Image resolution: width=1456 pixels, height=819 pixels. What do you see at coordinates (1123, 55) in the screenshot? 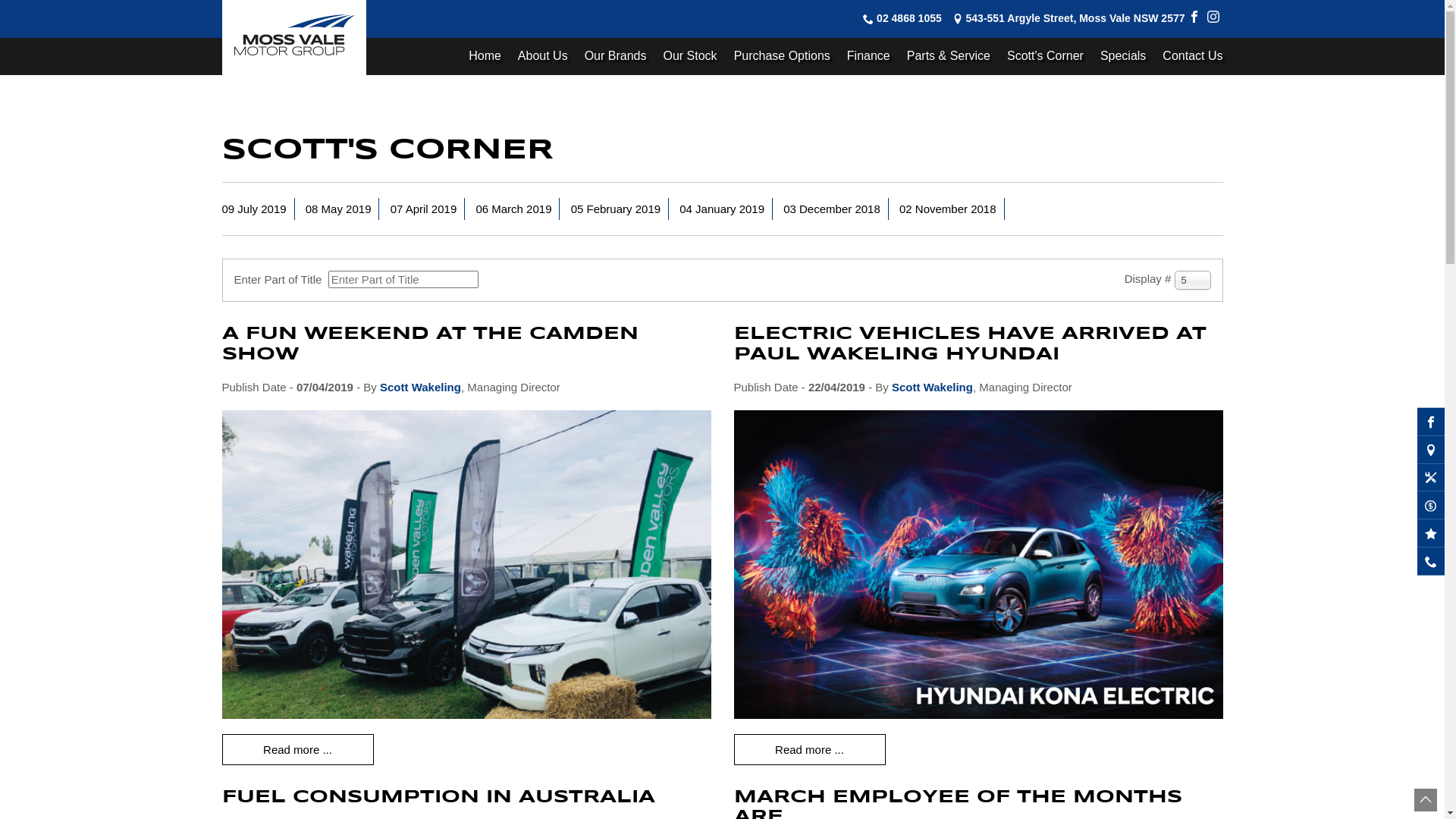
I see `'Specials'` at bounding box center [1123, 55].